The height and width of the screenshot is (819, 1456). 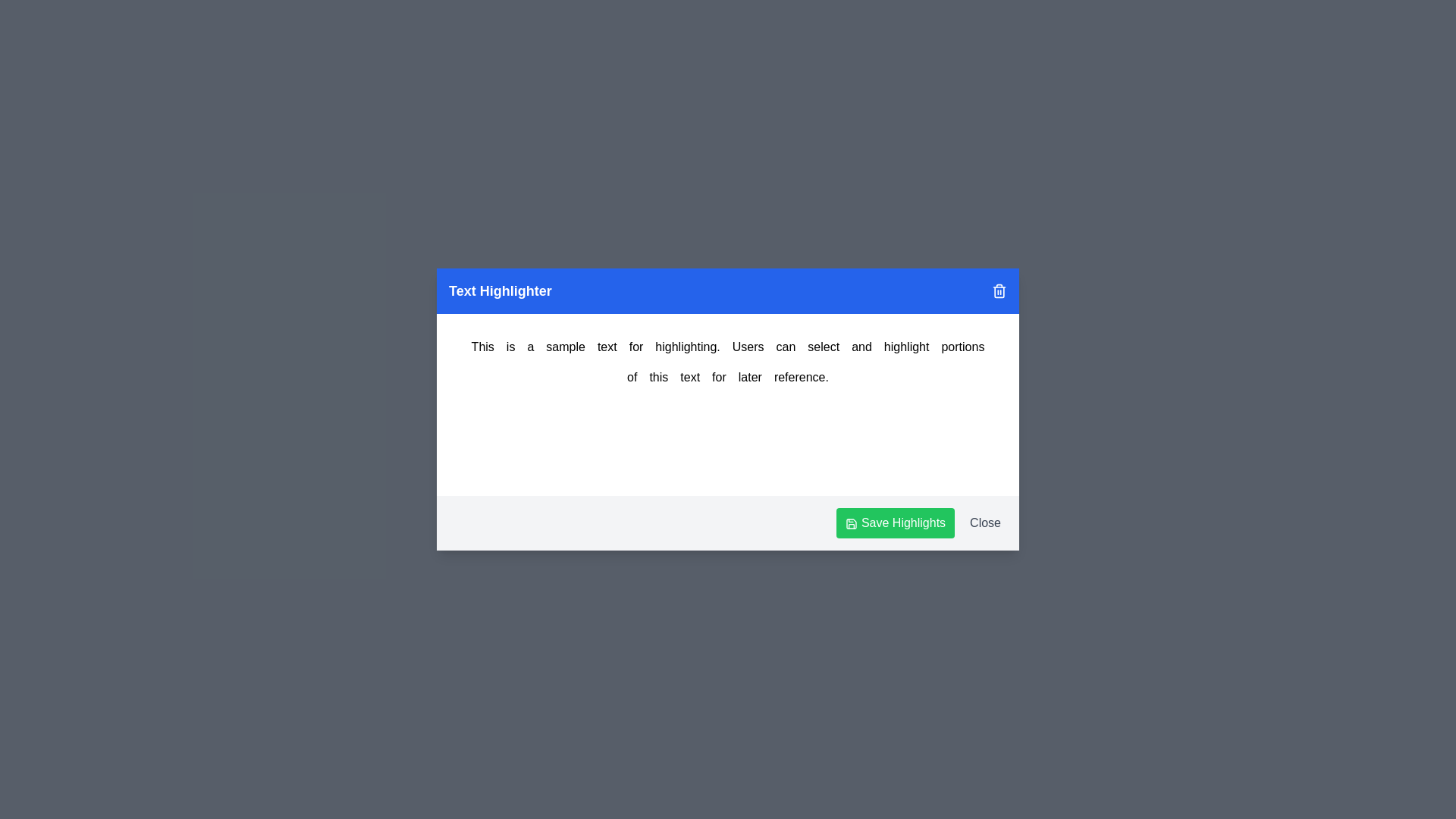 What do you see at coordinates (748, 347) in the screenshot?
I see `the word 'Users' by clicking on it` at bounding box center [748, 347].